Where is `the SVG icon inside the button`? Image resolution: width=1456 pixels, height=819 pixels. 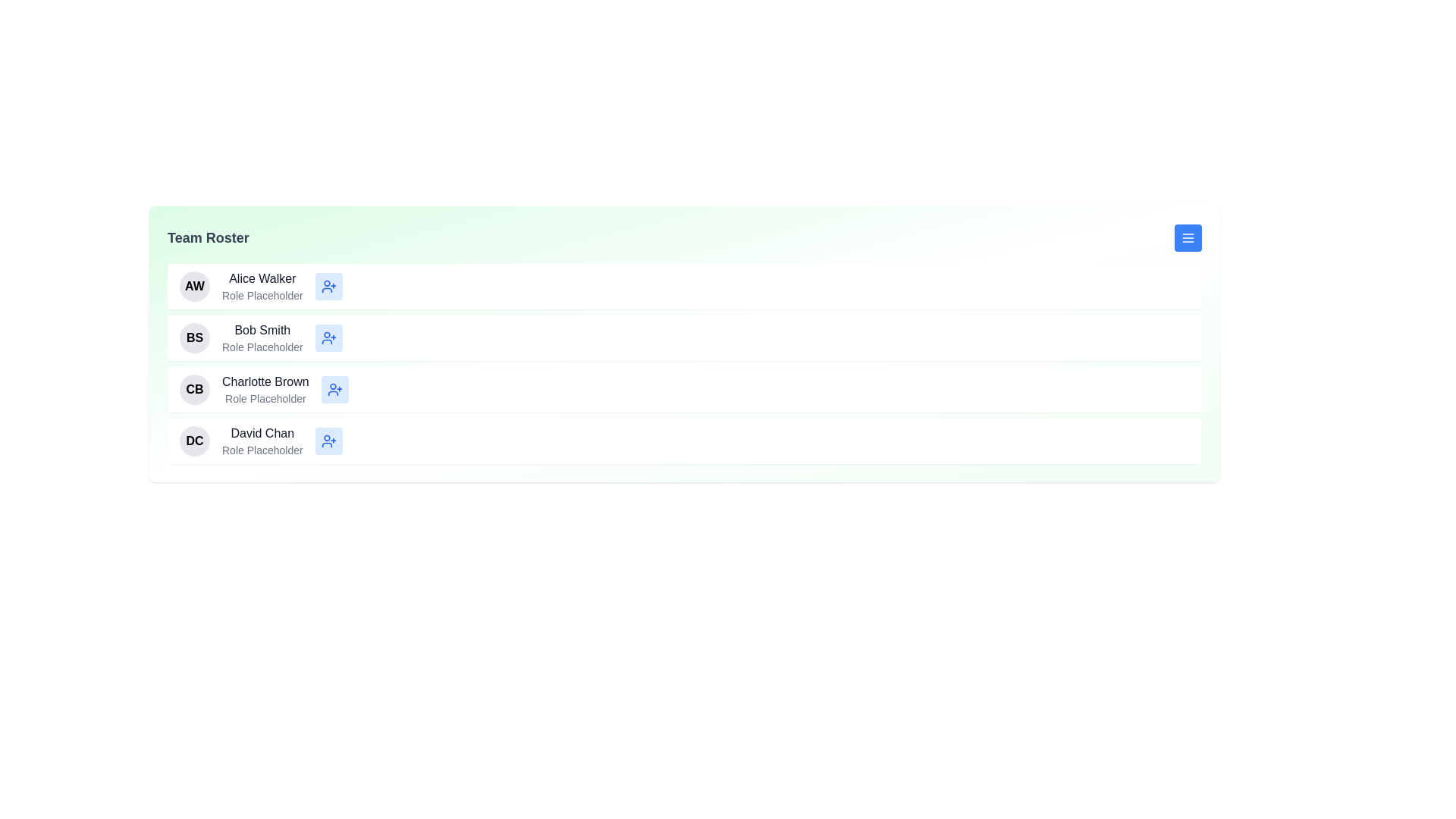 the SVG icon inside the button is located at coordinates (328, 337).